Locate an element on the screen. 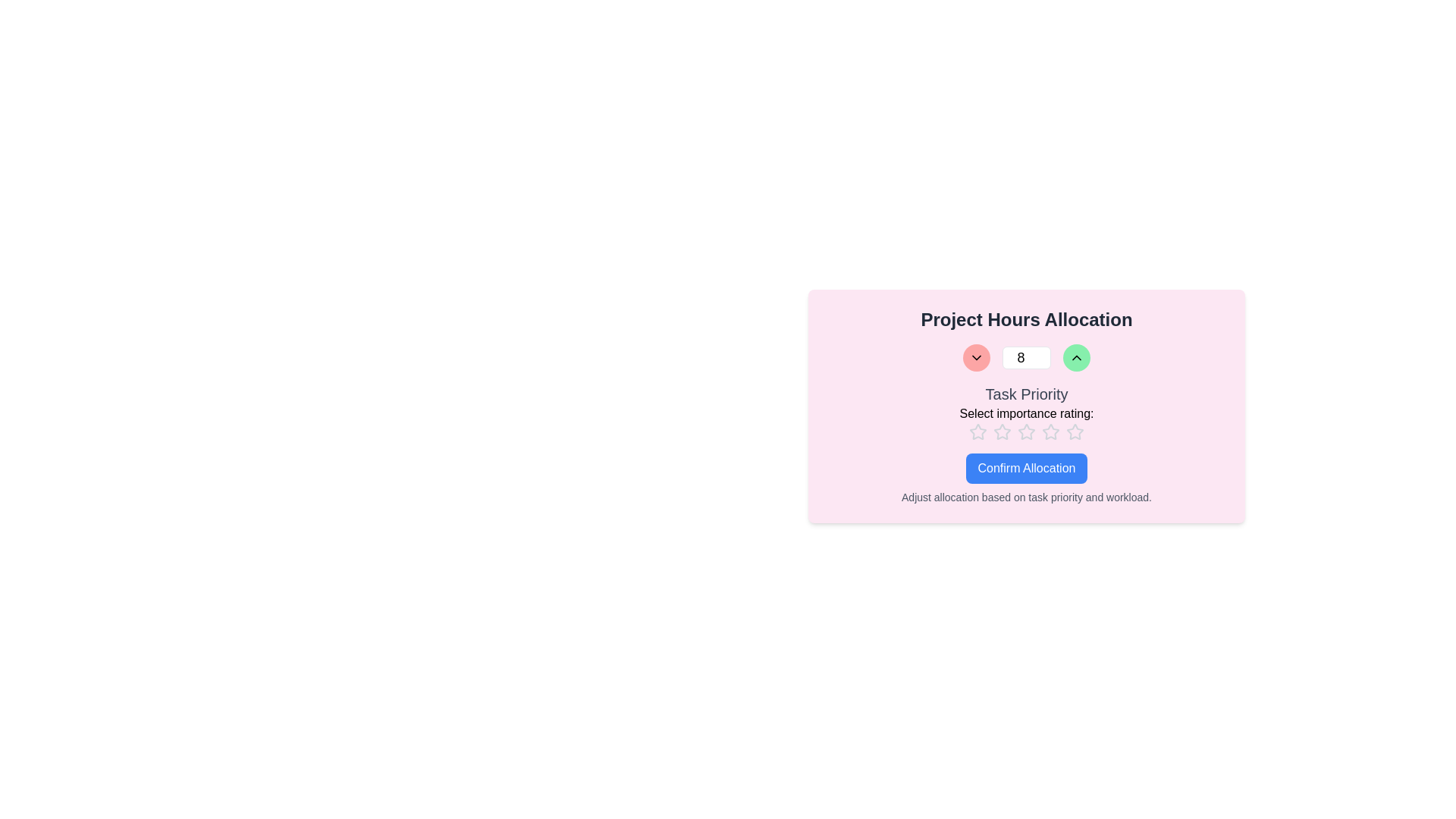 The image size is (1456, 819). the text label containing the message 'Adjust allocation based on task priority and workload.' which is styled in a small gray font and located beneath the 'Confirm Allocation' button is located at coordinates (1026, 497).